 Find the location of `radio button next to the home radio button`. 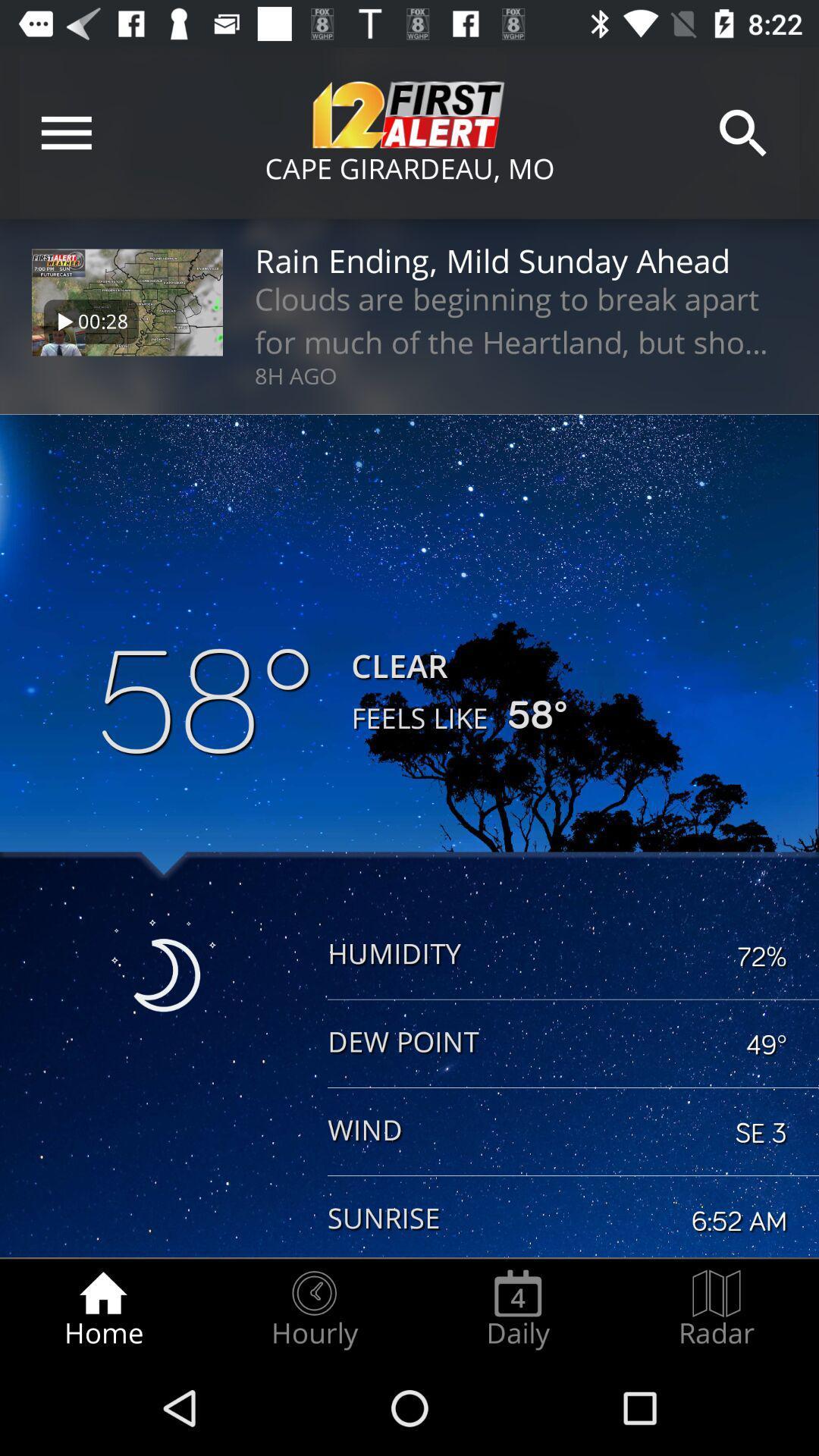

radio button next to the home radio button is located at coordinates (313, 1309).